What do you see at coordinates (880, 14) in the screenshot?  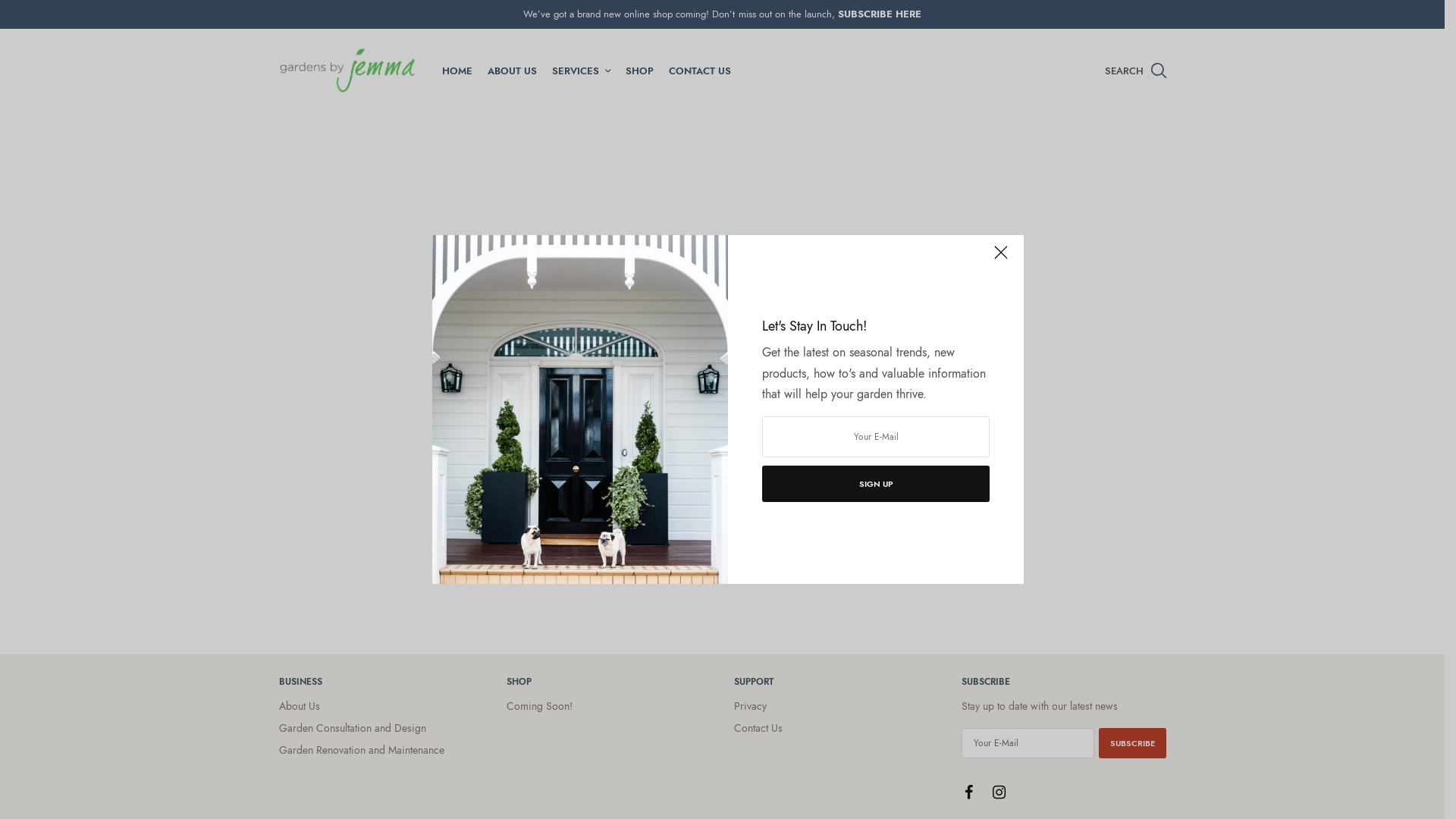 I see `'SUBSCRIBE HERE'` at bounding box center [880, 14].